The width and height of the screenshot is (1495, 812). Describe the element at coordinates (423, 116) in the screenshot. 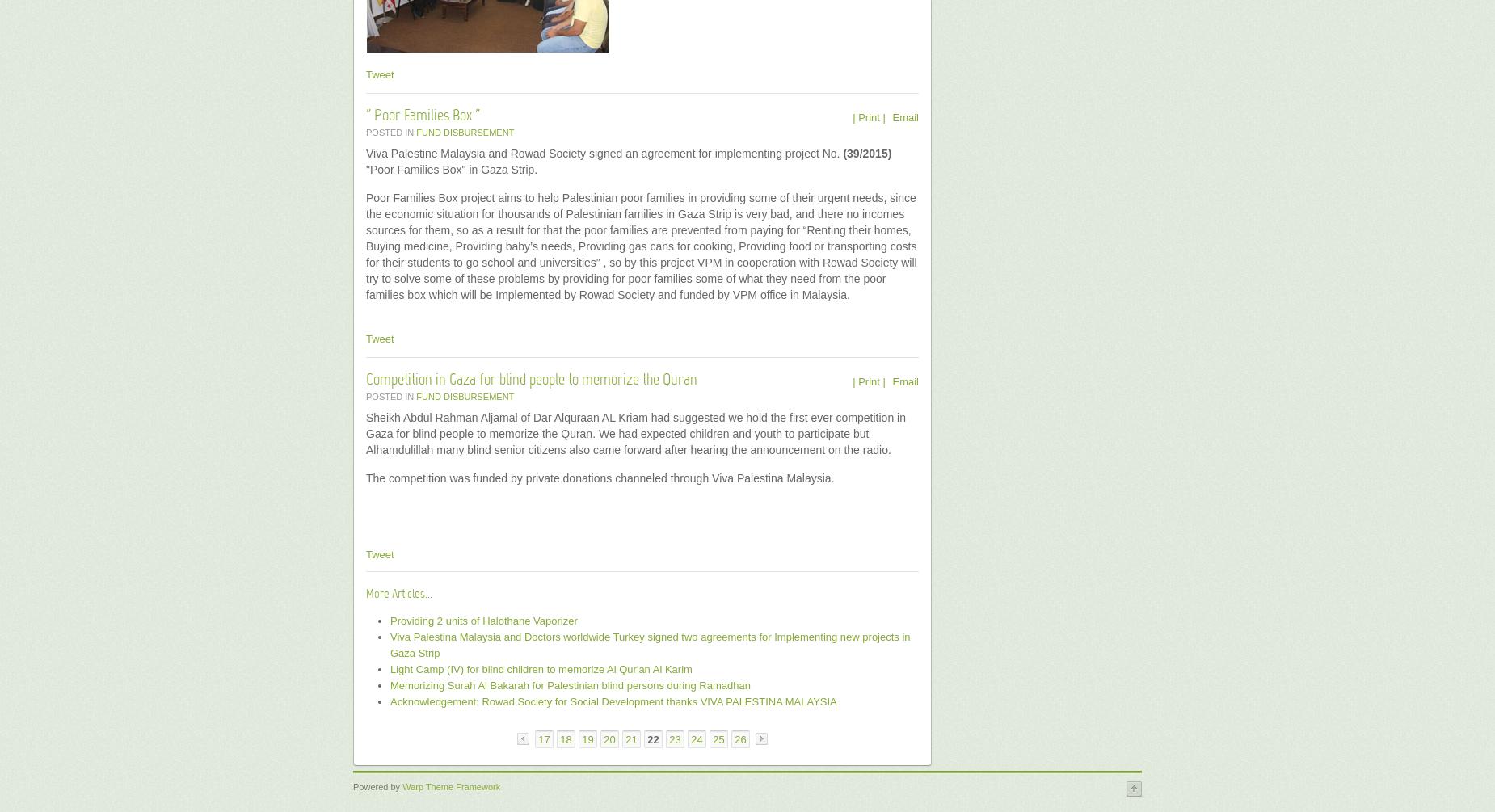

I see `'" Poor Families Box "'` at that location.